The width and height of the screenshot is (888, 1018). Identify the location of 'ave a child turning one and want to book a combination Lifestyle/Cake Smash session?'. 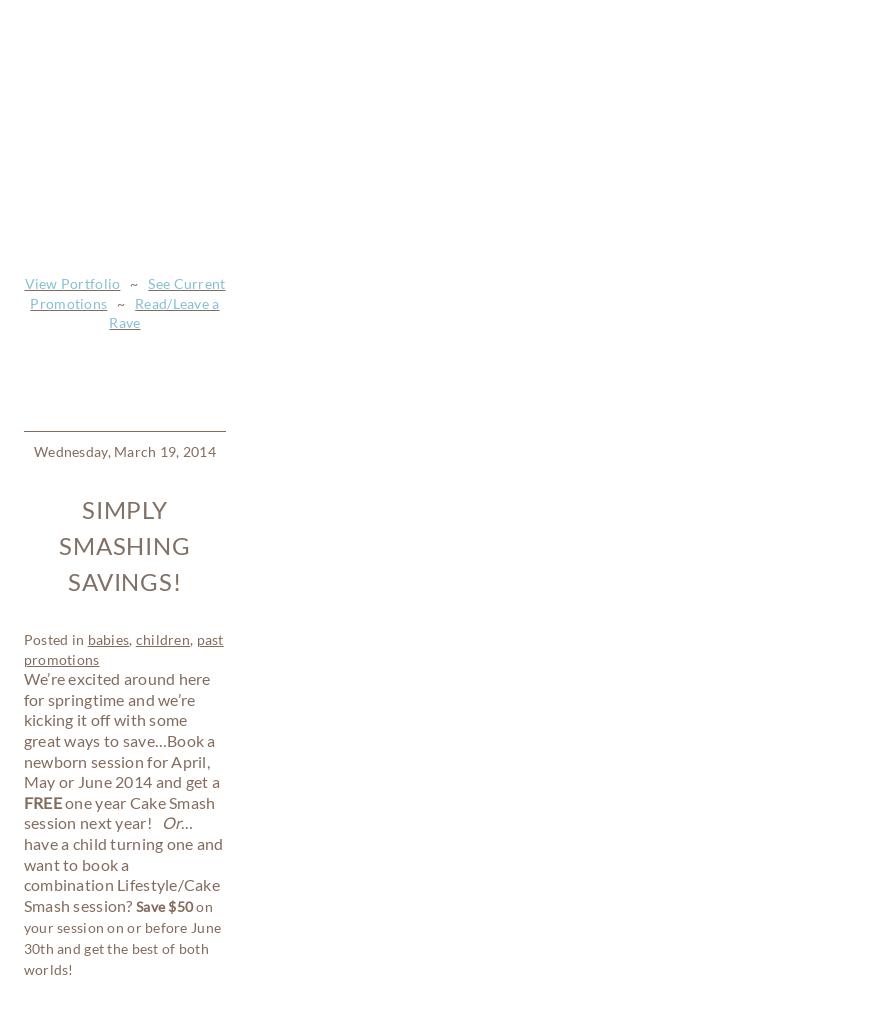
(122, 274).